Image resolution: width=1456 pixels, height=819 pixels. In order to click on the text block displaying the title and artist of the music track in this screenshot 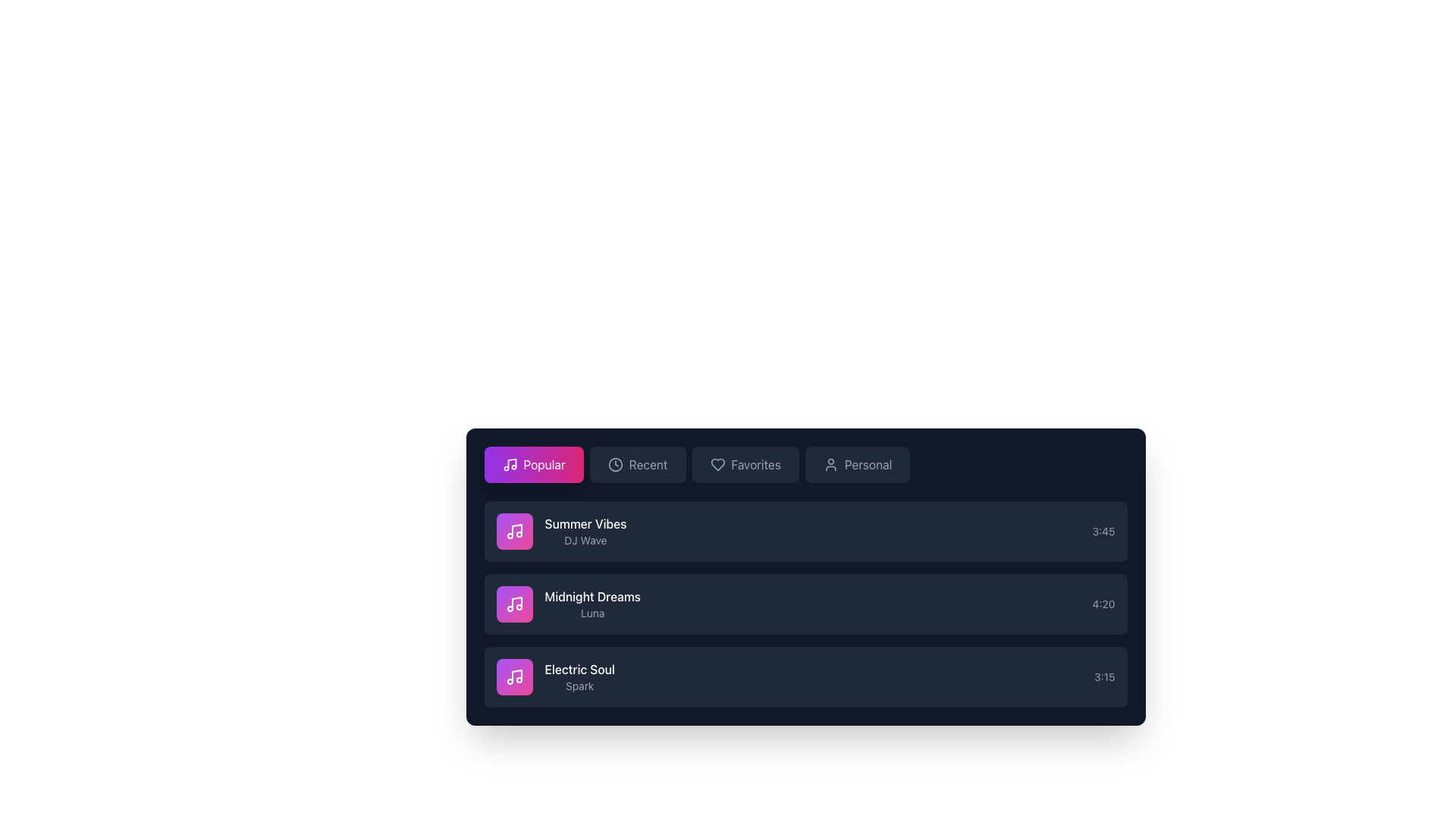, I will do `click(560, 531)`.